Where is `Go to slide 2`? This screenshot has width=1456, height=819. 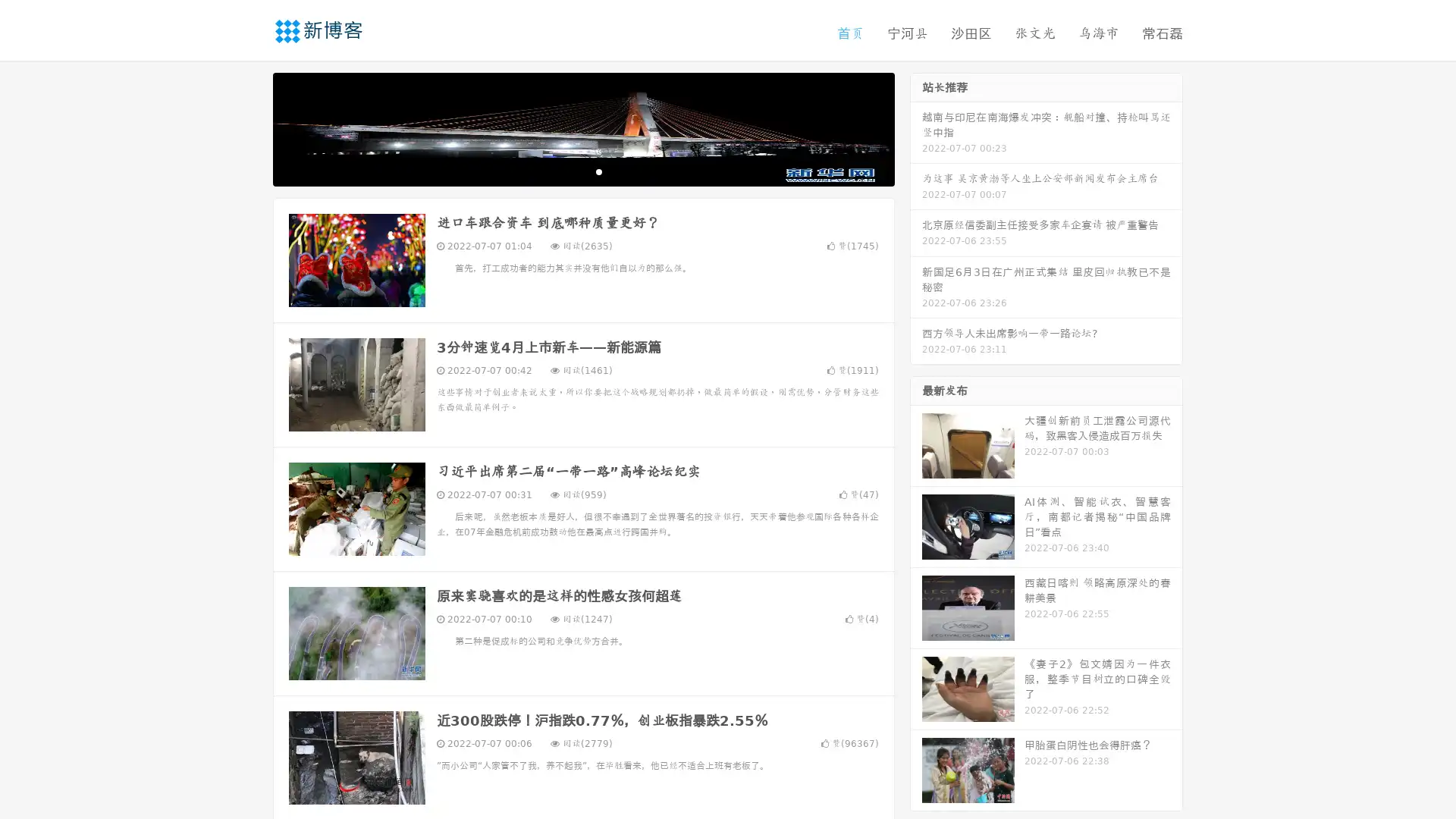 Go to slide 2 is located at coordinates (582, 171).